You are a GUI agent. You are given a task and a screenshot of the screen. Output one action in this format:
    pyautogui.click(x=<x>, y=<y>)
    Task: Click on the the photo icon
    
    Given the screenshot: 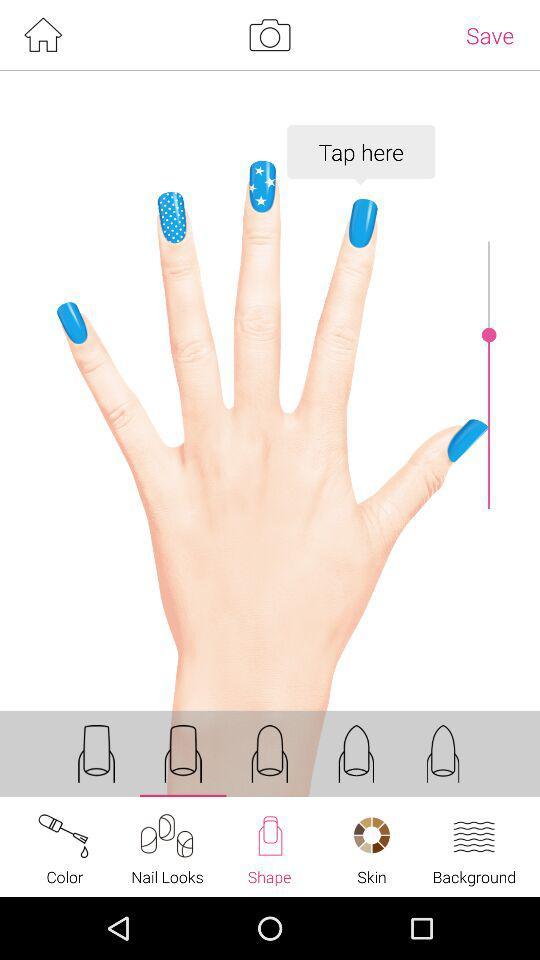 What is the action you would take?
    pyautogui.click(x=269, y=36)
    